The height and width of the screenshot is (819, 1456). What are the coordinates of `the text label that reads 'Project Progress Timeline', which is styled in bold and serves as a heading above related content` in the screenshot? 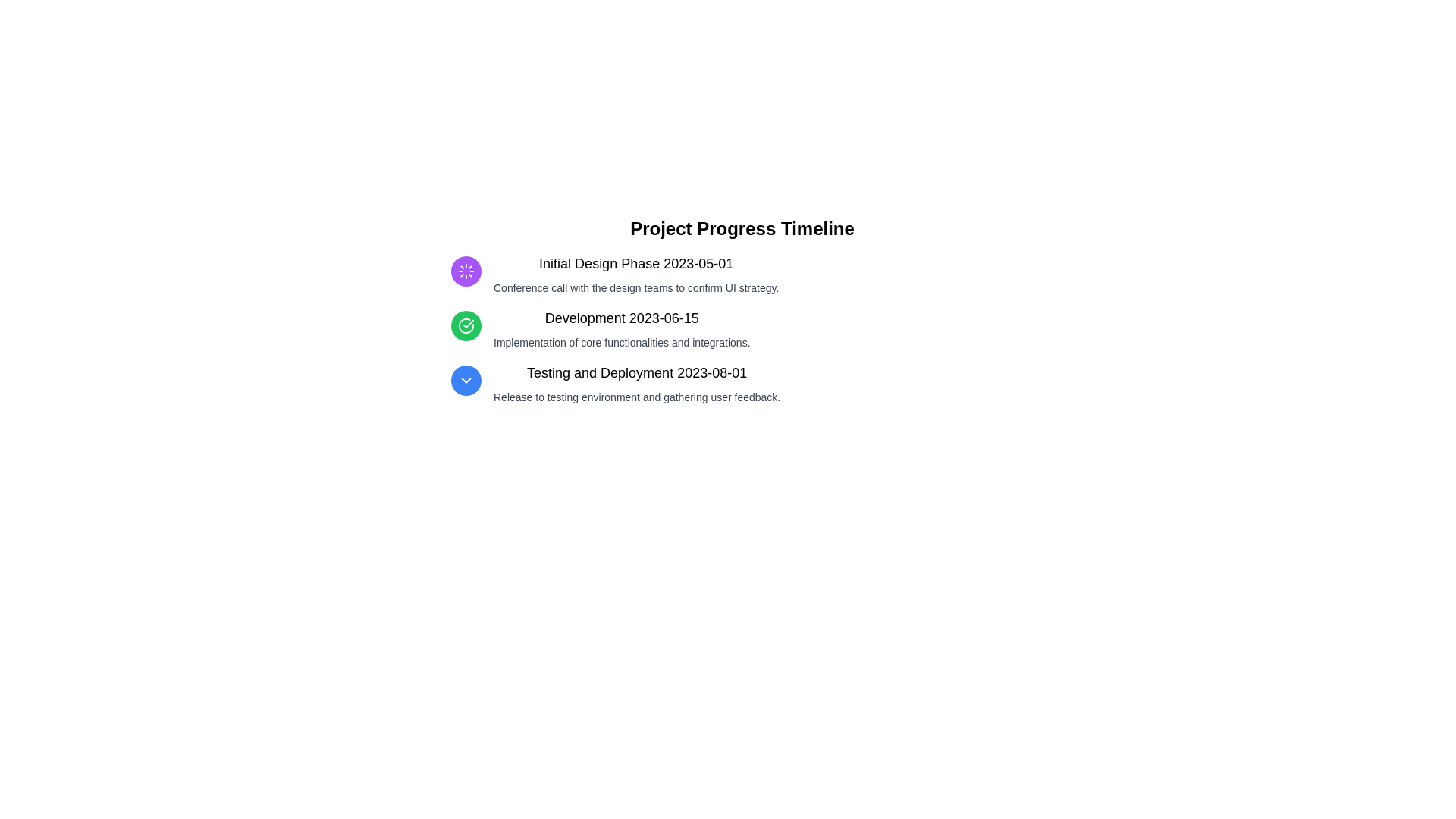 It's located at (742, 228).